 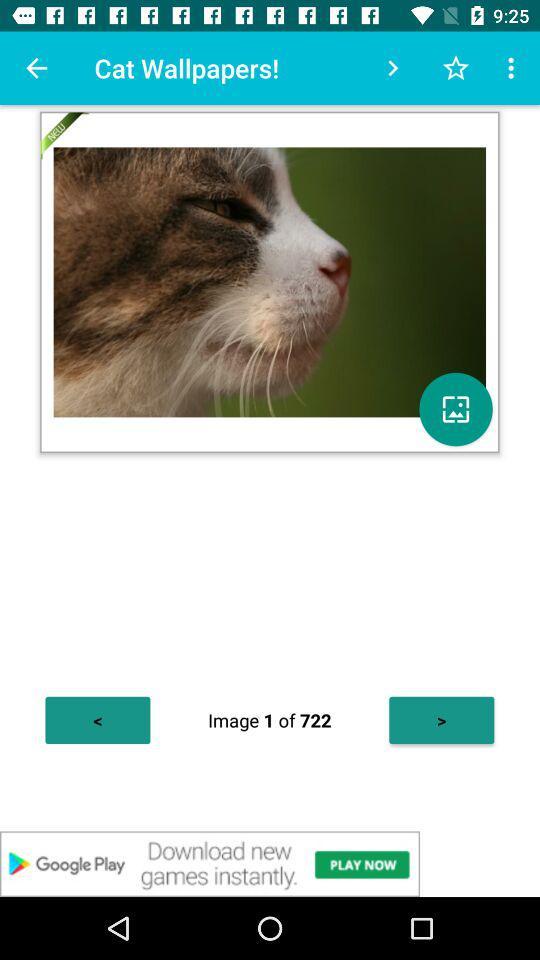 I want to click on click advertisement, so click(x=270, y=863).